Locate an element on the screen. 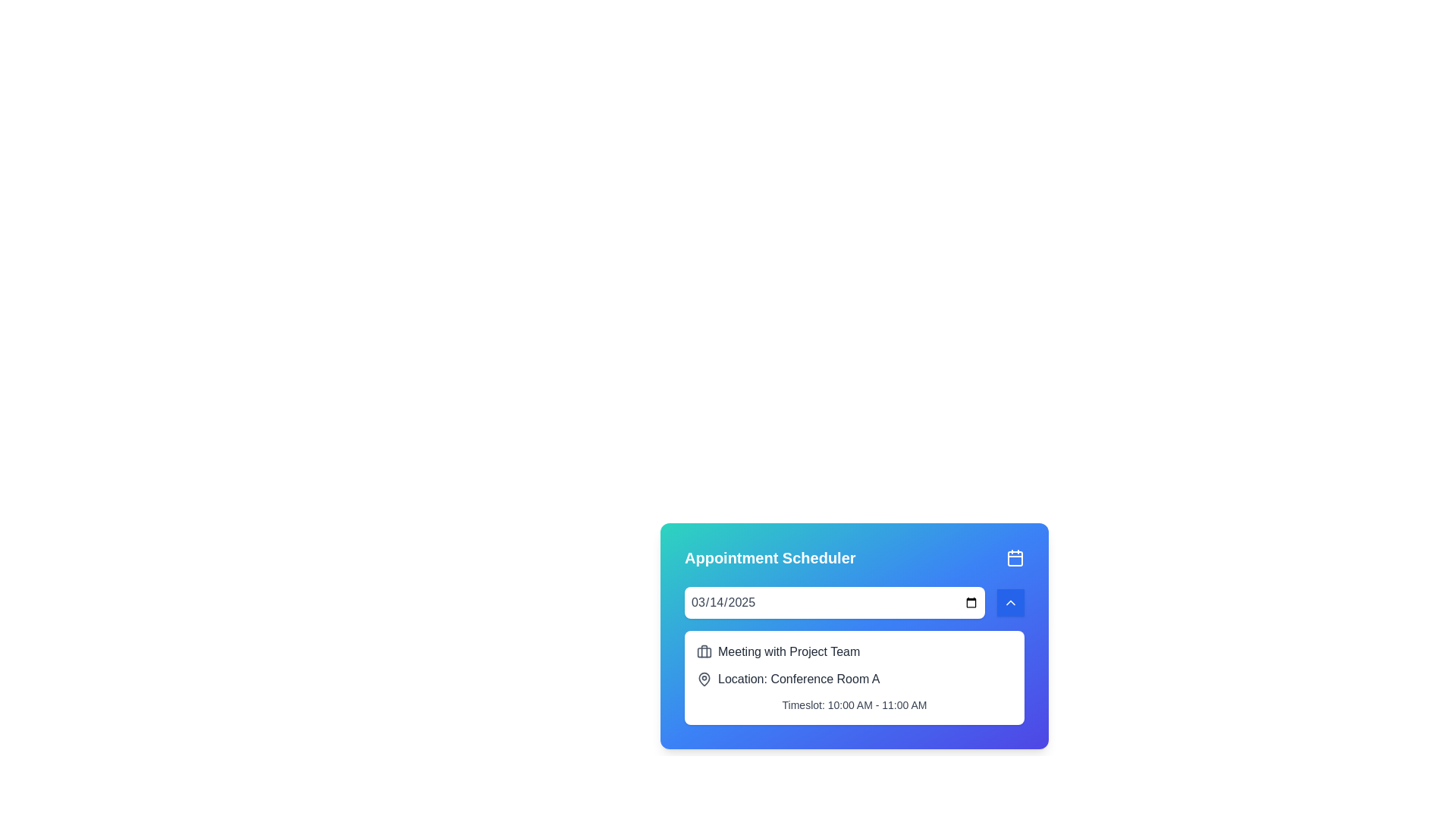 This screenshot has width=1456, height=819. the small circular button with a blue background and a white chevron arrow pointing upwards, located to the right of the date input field in the calendar appointment interface is located at coordinates (1011, 601).